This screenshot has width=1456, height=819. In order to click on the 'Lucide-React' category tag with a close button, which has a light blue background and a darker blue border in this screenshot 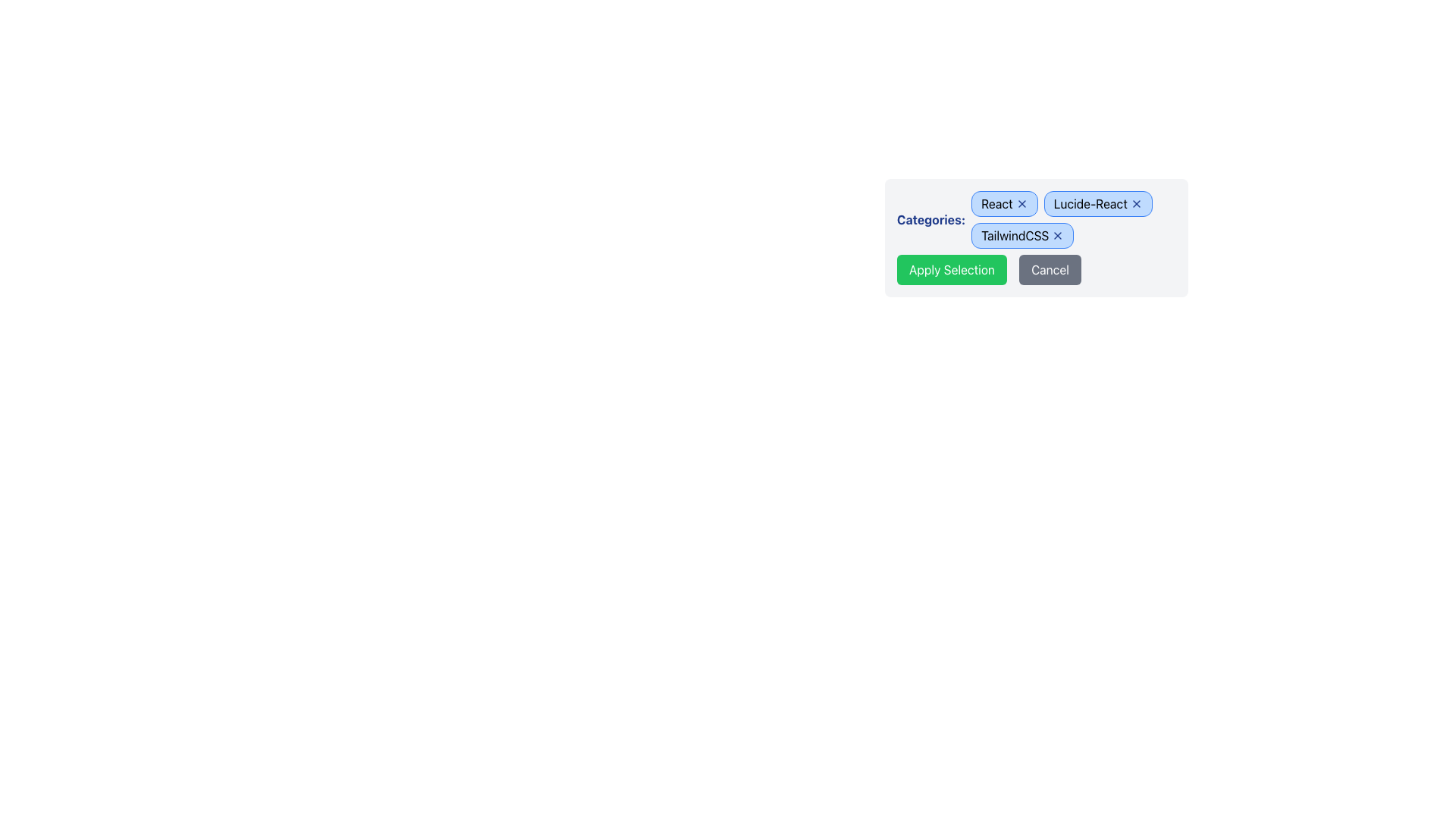, I will do `click(1098, 203)`.